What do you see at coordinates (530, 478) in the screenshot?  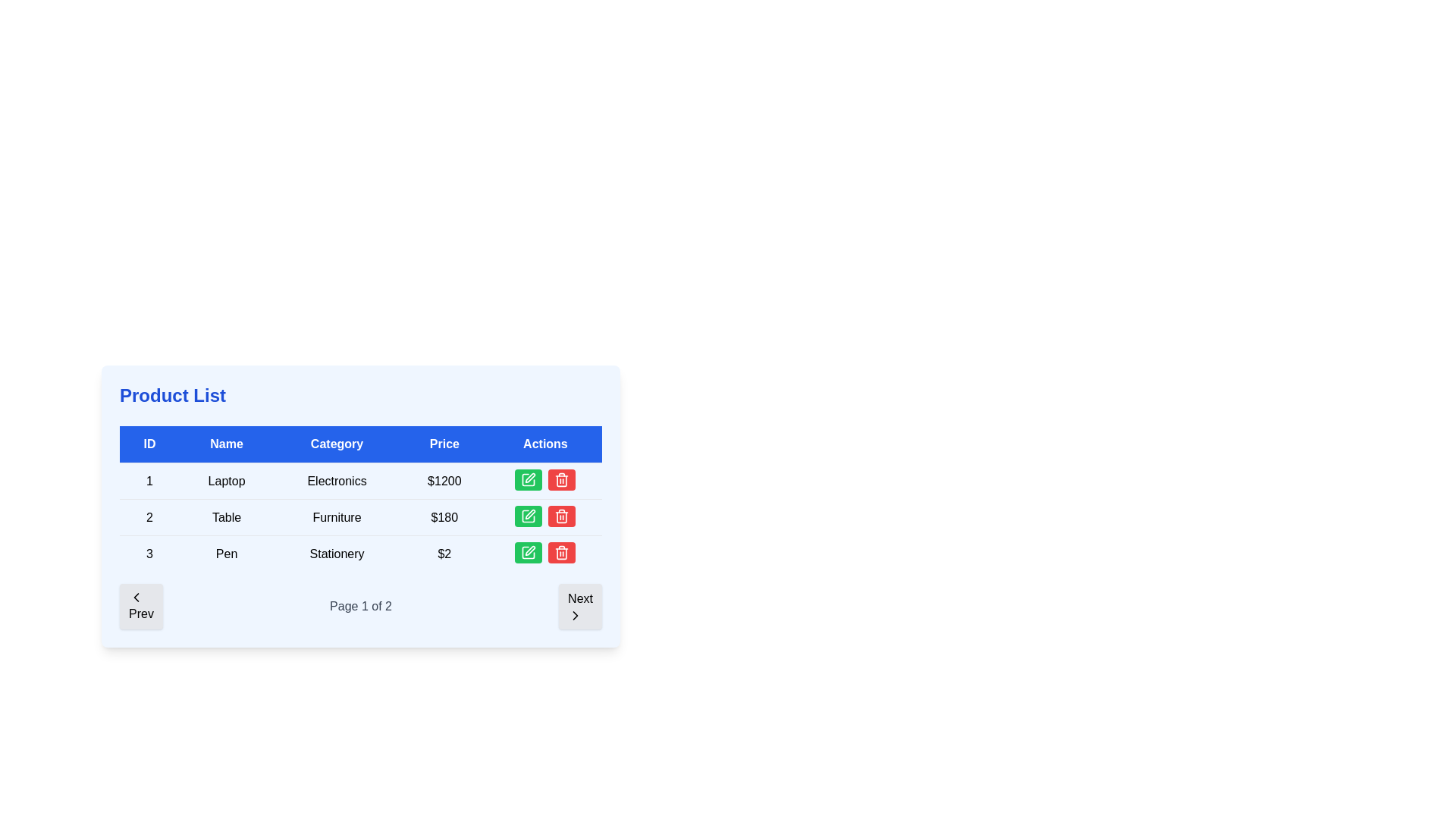 I see `the green button with a pen icon located in the 'Actions' column of the first product row ('Laptop')` at bounding box center [530, 478].